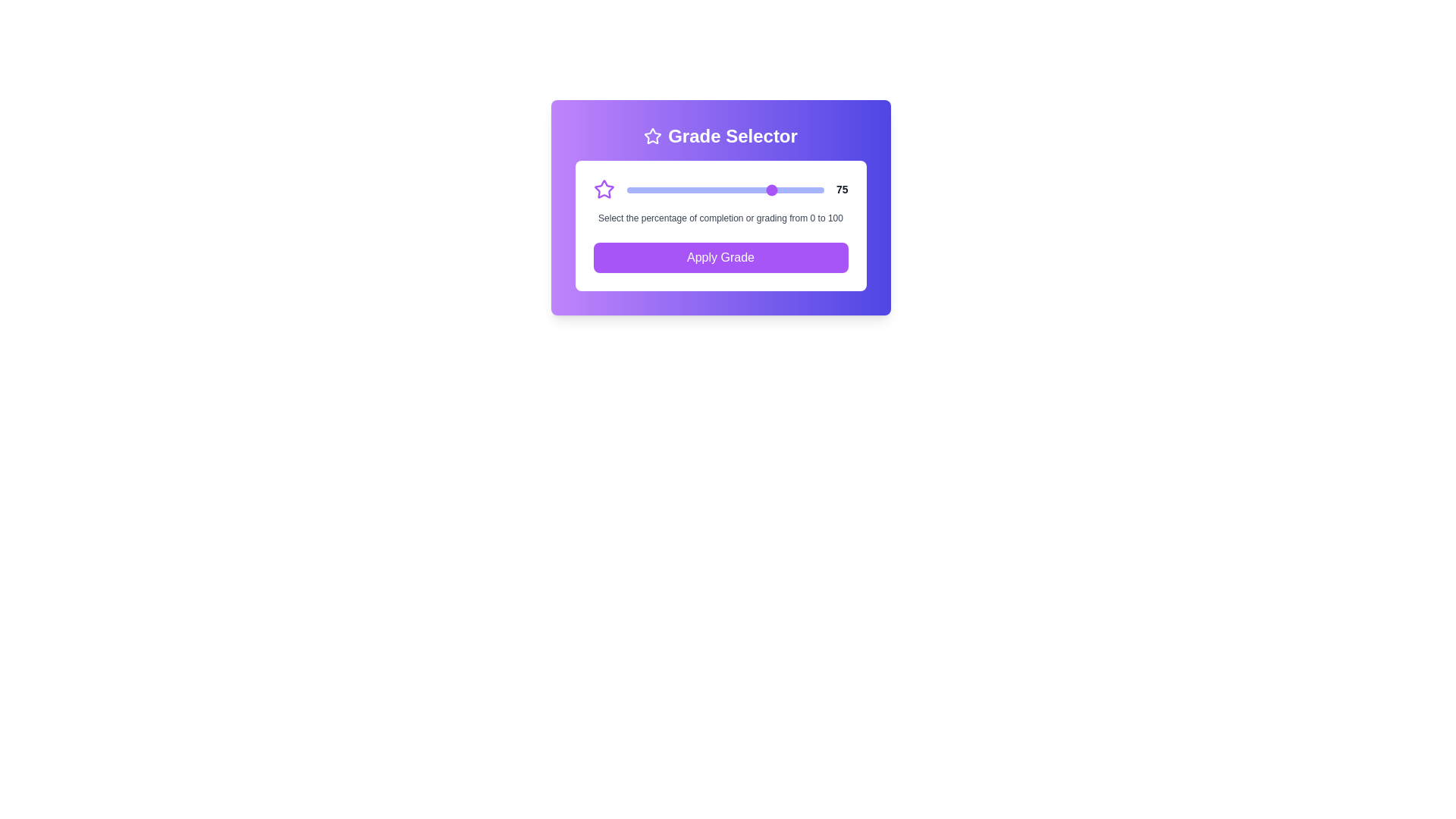  What do you see at coordinates (654, 189) in the screenshot?
I see `the slider's value` at bounding box center [654, 189].